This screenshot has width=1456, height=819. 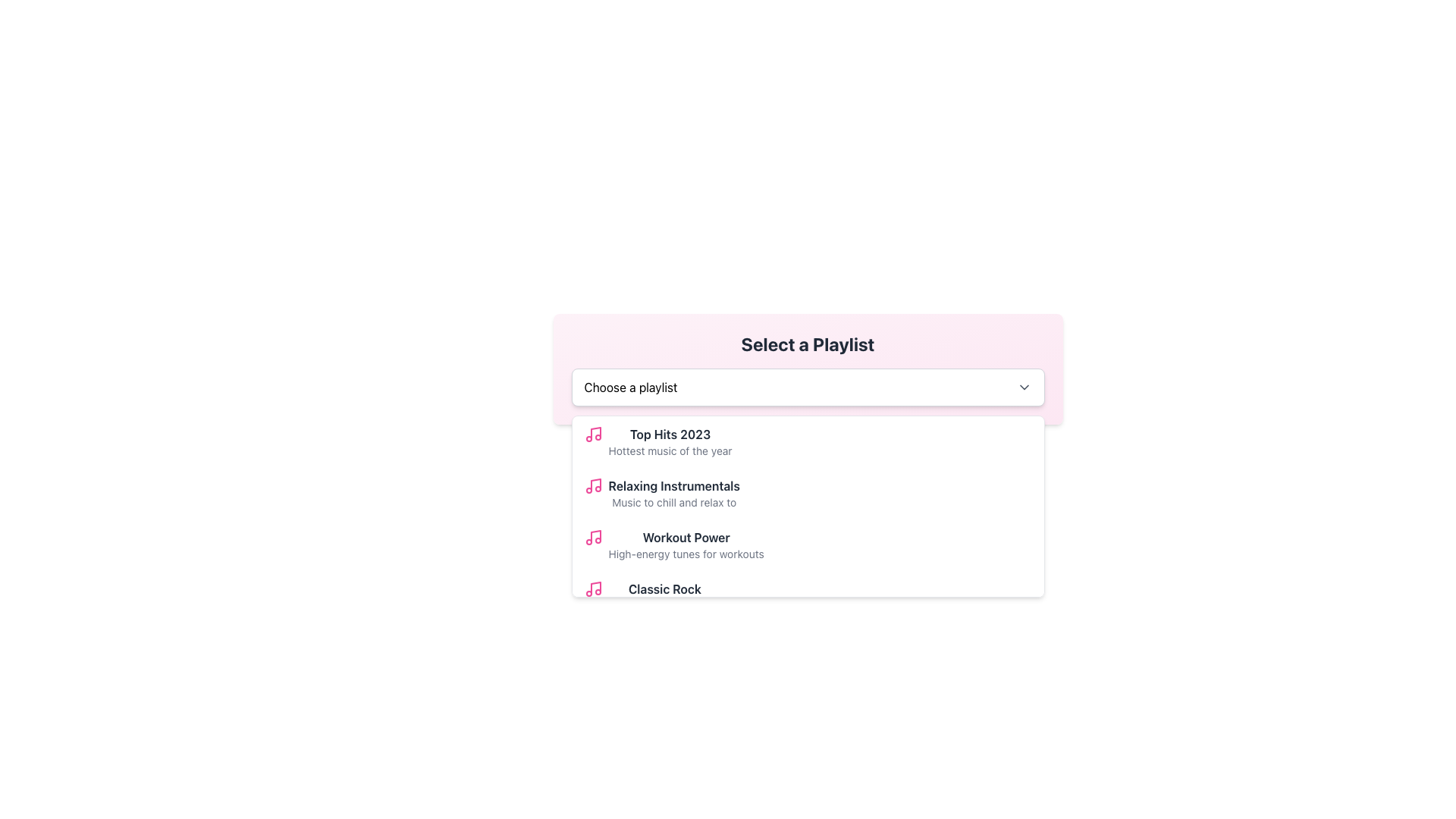 What do you see at coordinates (664, 588) in the screenshot?
I see `the 'Classic Rock' playlist option in the dropdown list located at the bottom of the modal panel` at bounding box center [664, 588].